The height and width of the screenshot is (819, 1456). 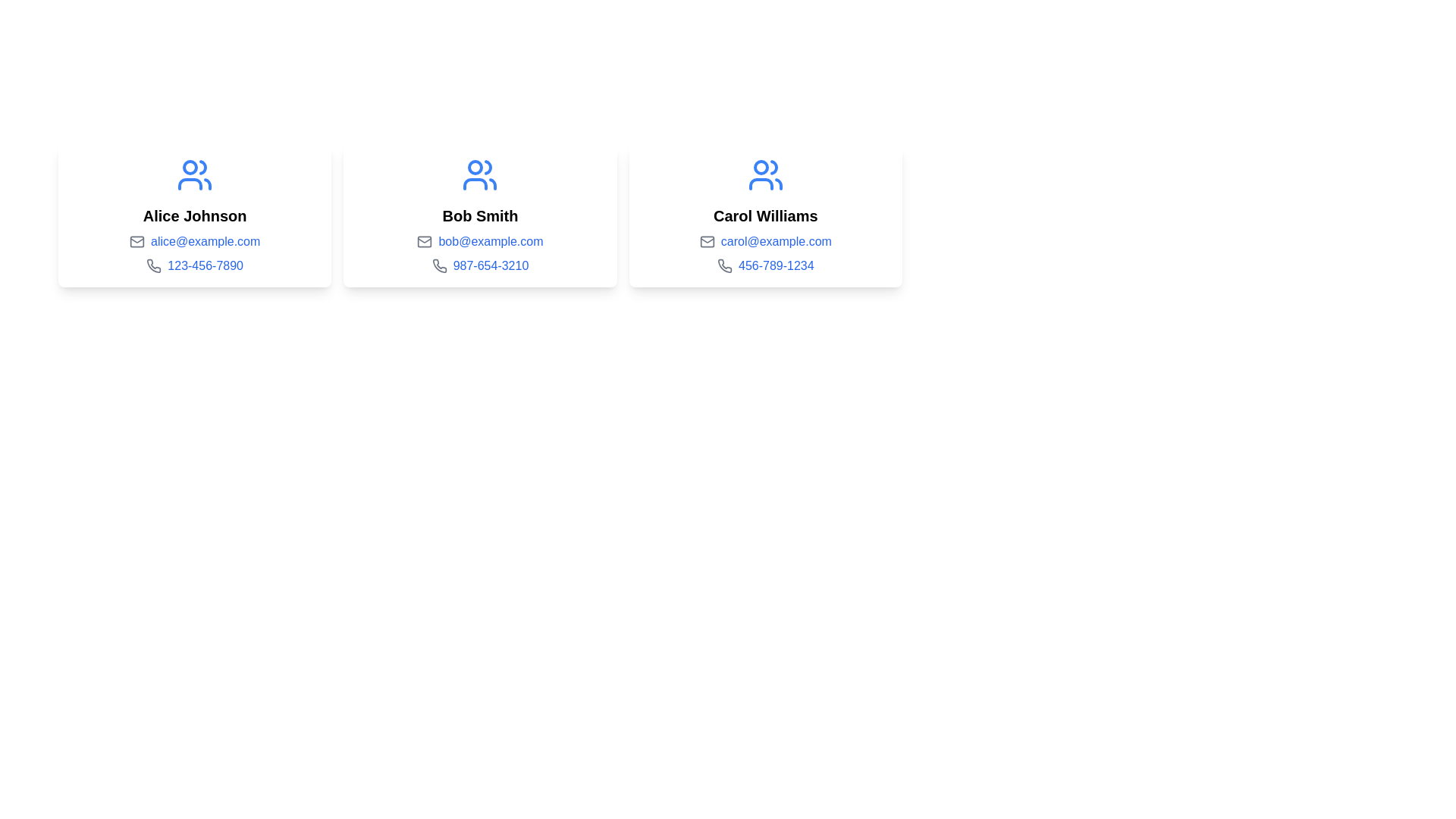 What do you see at coordinates (425, 241) in the screenshot?
I see `the small gray envelope icon located to the left of the email address 'bob@example.com' in the card interface` at bounding box center [425, 241].